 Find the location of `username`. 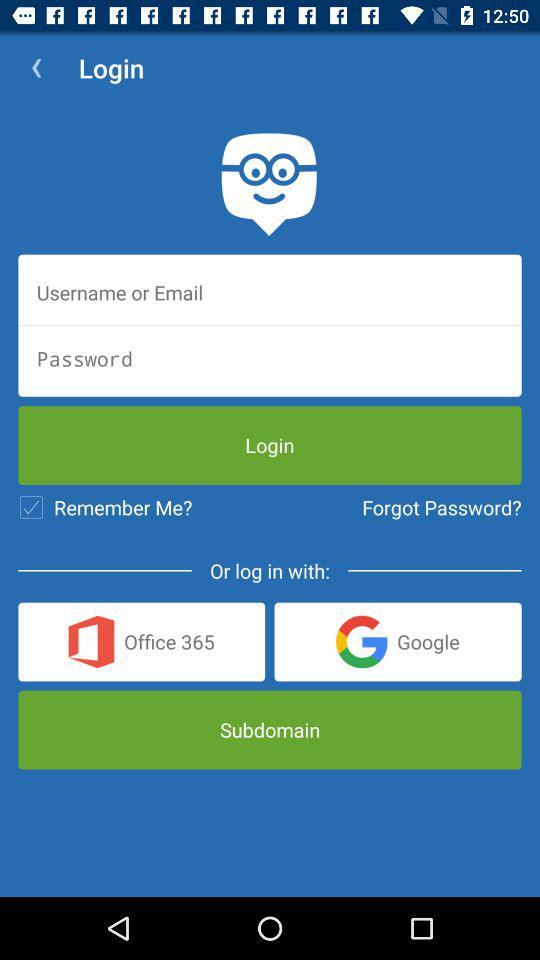

username is located at coordinates (270, 291).